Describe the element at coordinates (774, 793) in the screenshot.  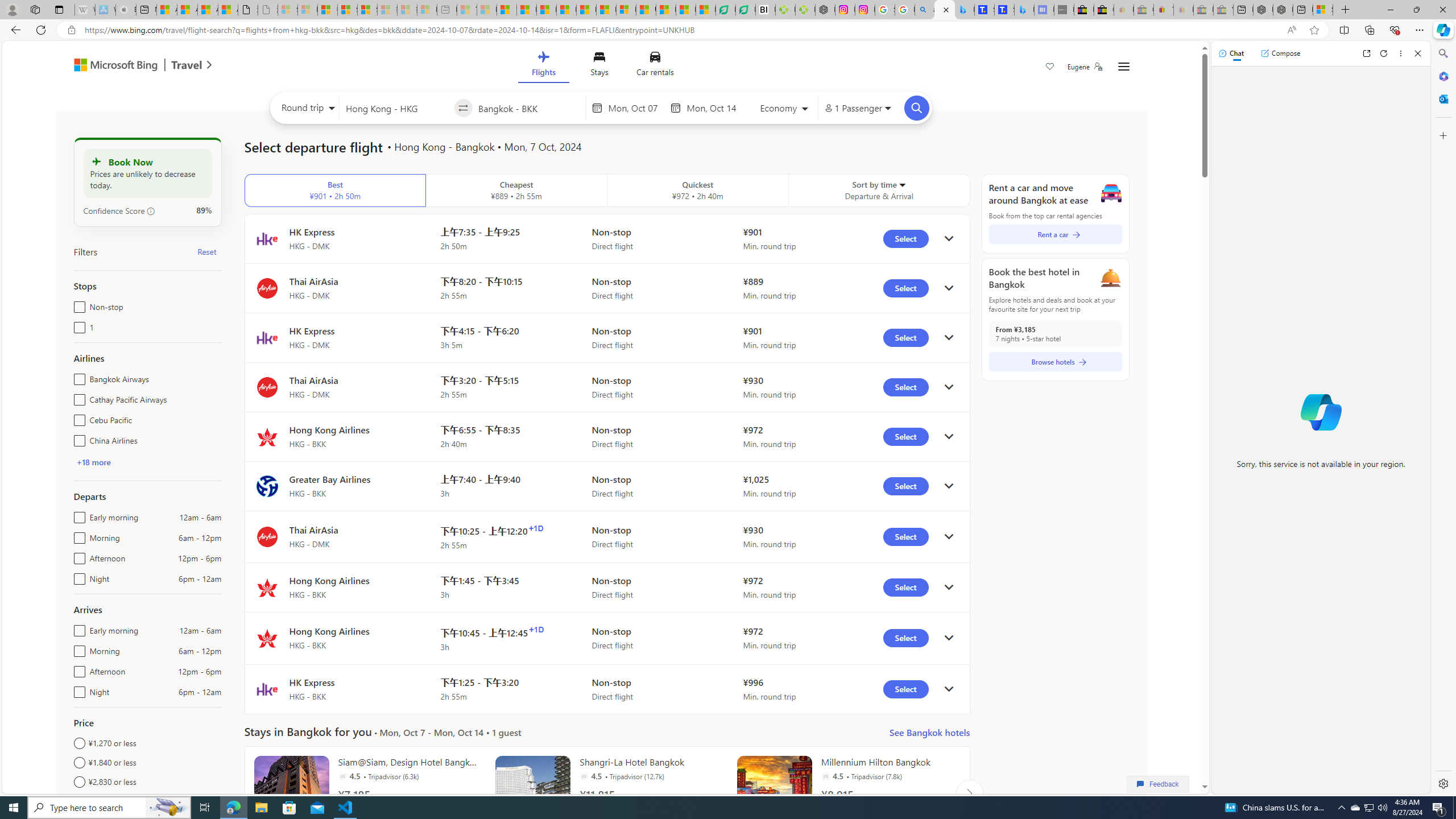
I see `'hotel card image'` at that location.